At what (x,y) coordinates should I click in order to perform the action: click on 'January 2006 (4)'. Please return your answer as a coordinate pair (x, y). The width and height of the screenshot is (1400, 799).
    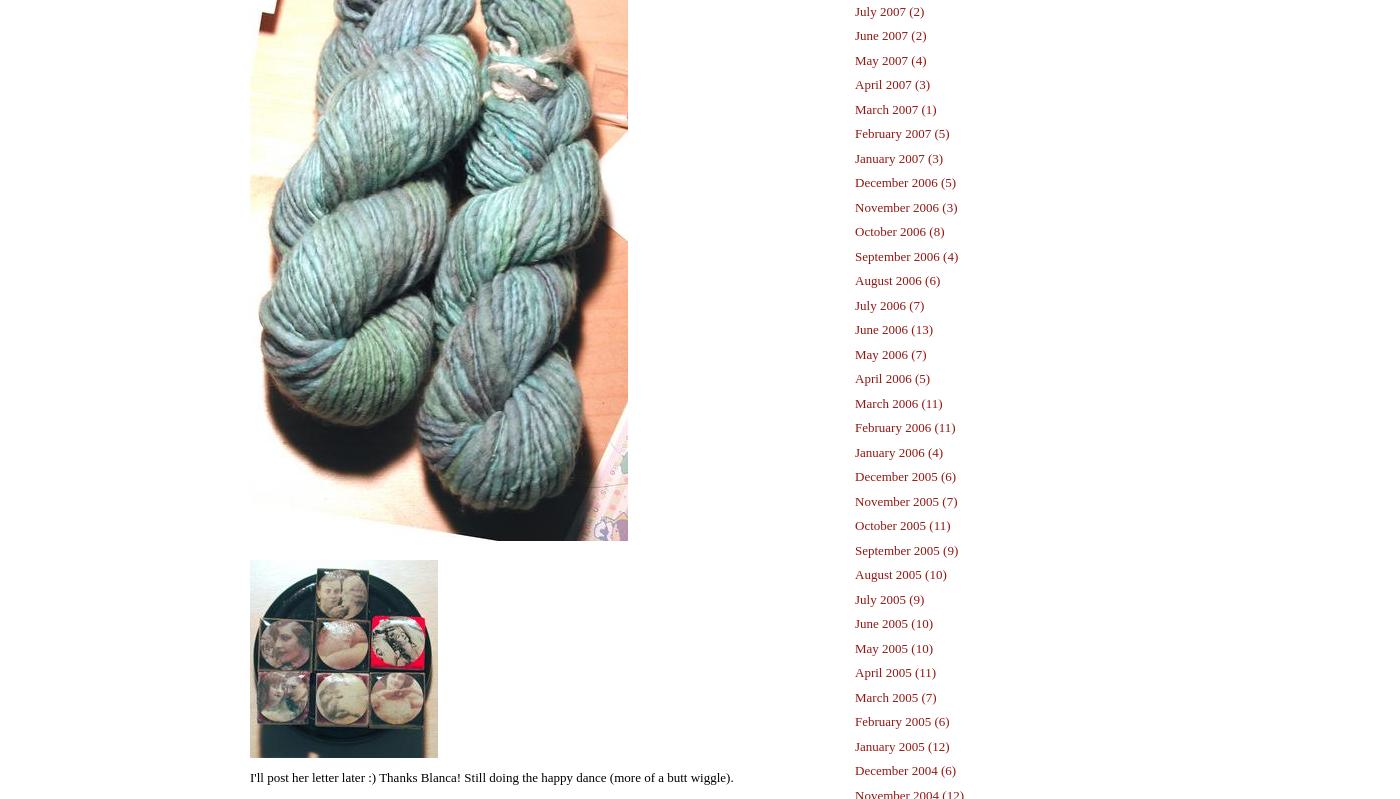
    Looking at the image, I should click on (898, 451).